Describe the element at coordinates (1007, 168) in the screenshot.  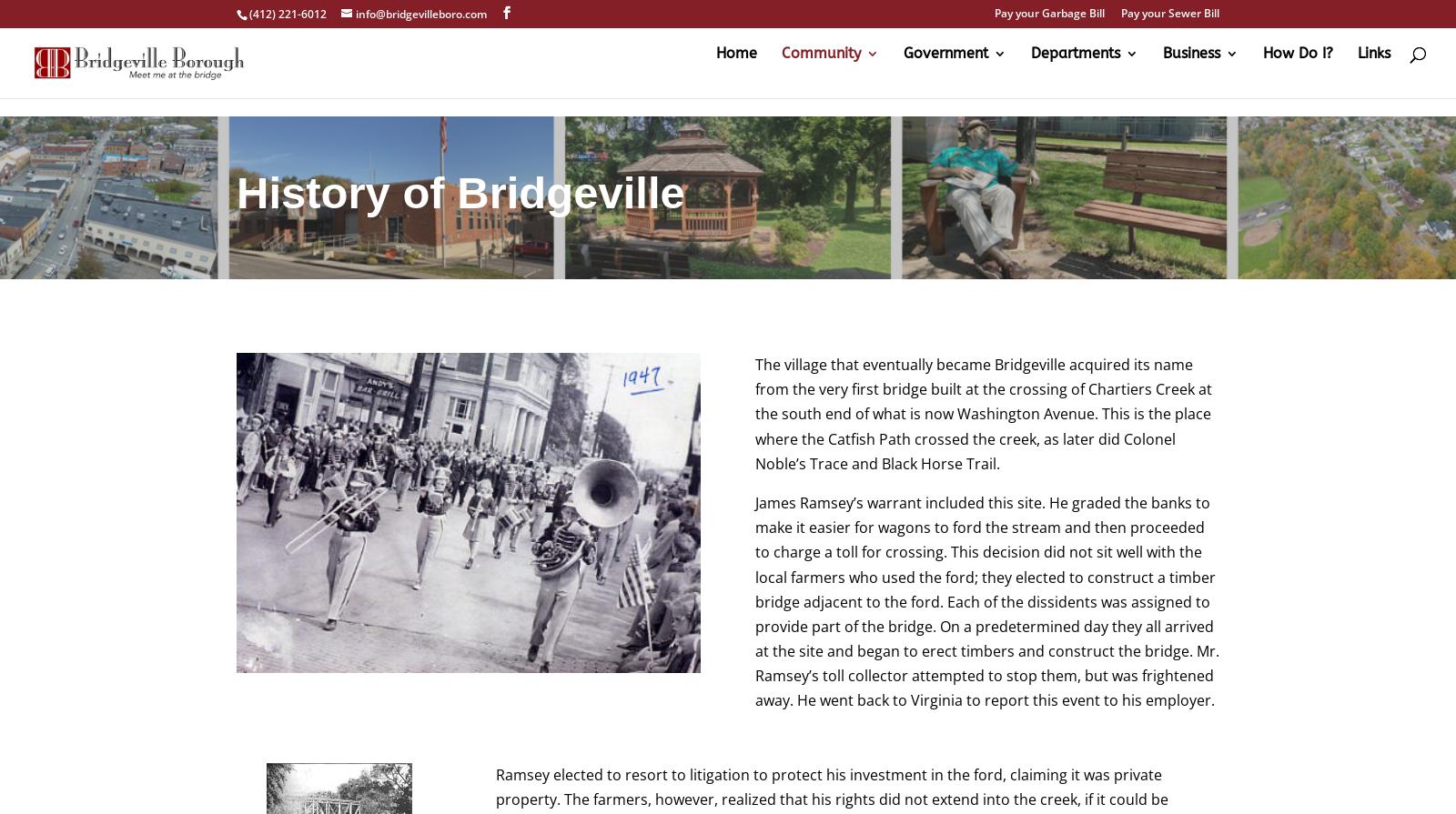
I see `'Code of Ordinances / Fee Schedule'` at that location.